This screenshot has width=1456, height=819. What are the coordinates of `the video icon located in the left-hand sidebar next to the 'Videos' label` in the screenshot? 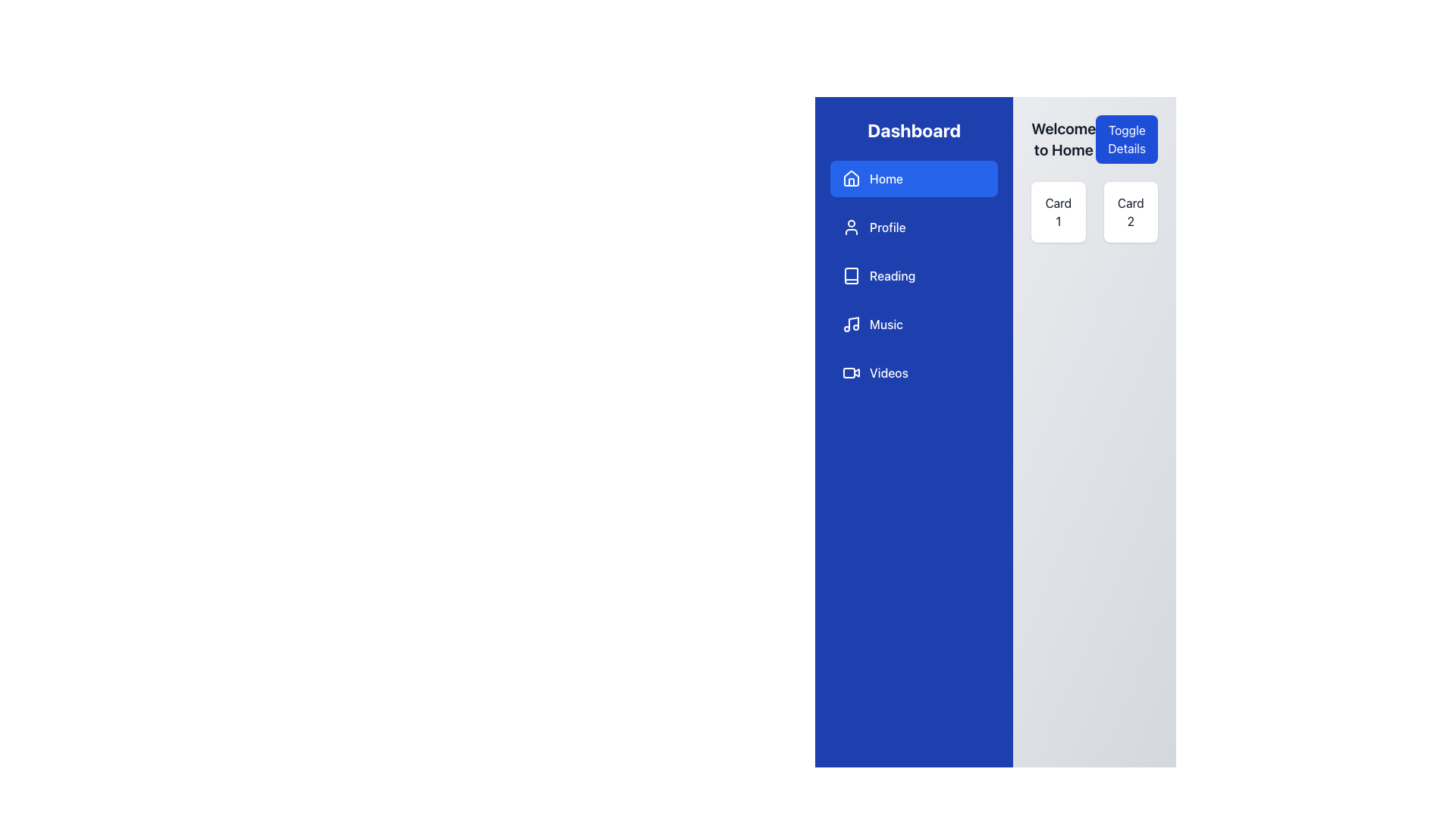 It's located at (852, 373).